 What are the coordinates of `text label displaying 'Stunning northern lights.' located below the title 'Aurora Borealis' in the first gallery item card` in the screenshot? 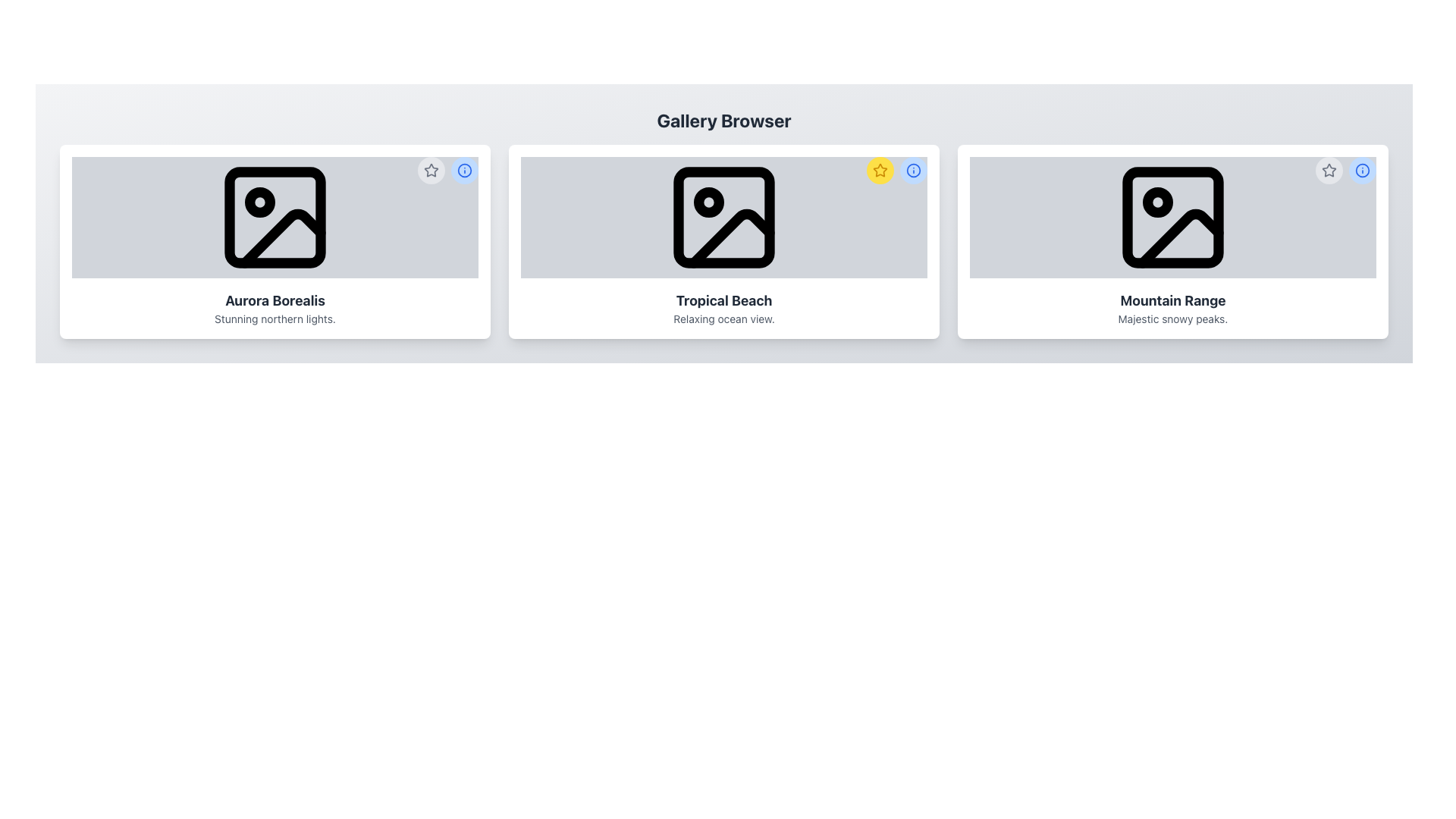 It's located at (275, 318).